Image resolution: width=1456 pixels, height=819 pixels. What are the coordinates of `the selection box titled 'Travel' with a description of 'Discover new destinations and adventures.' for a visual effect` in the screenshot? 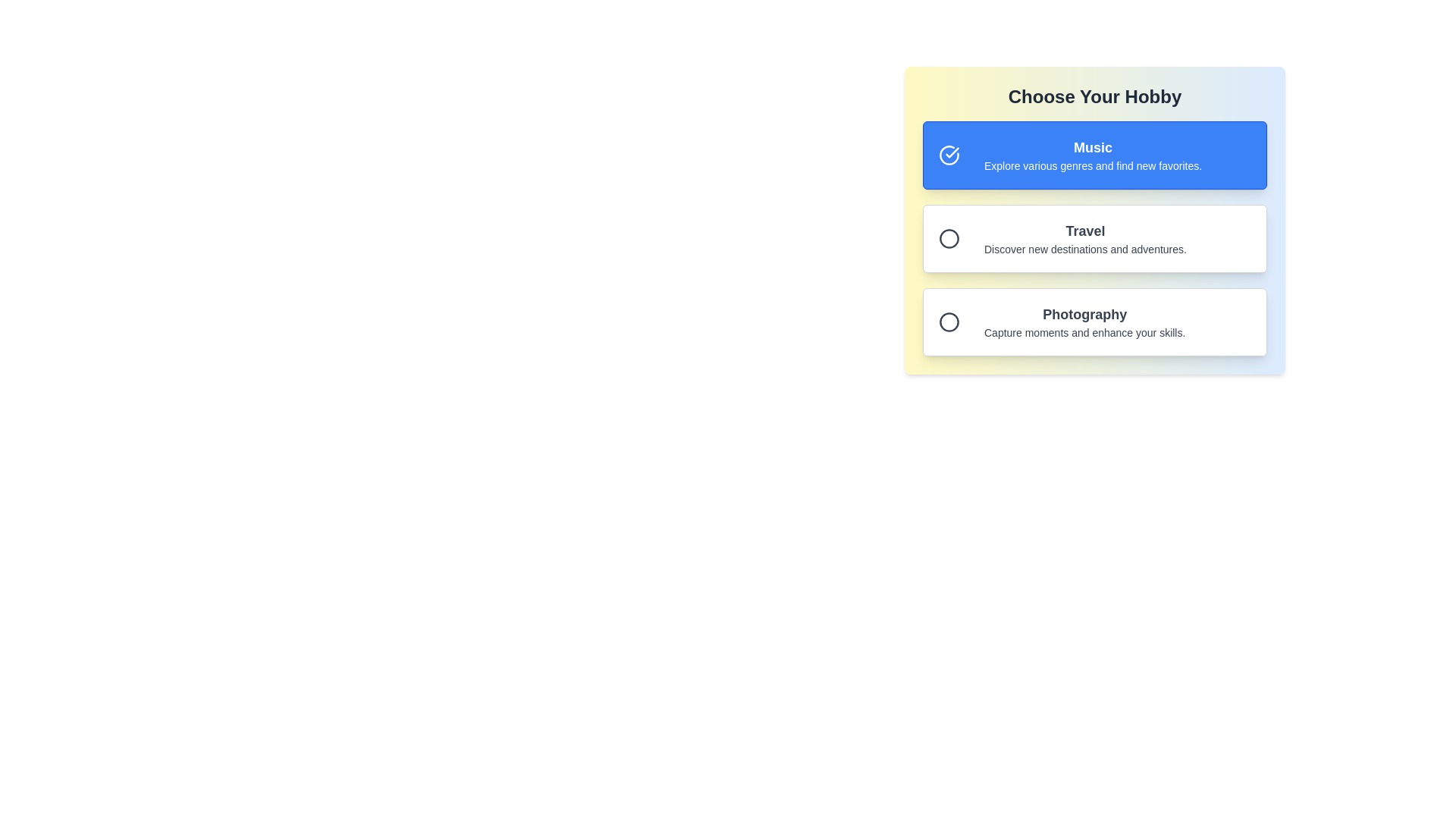 It's located at (1095, 220).